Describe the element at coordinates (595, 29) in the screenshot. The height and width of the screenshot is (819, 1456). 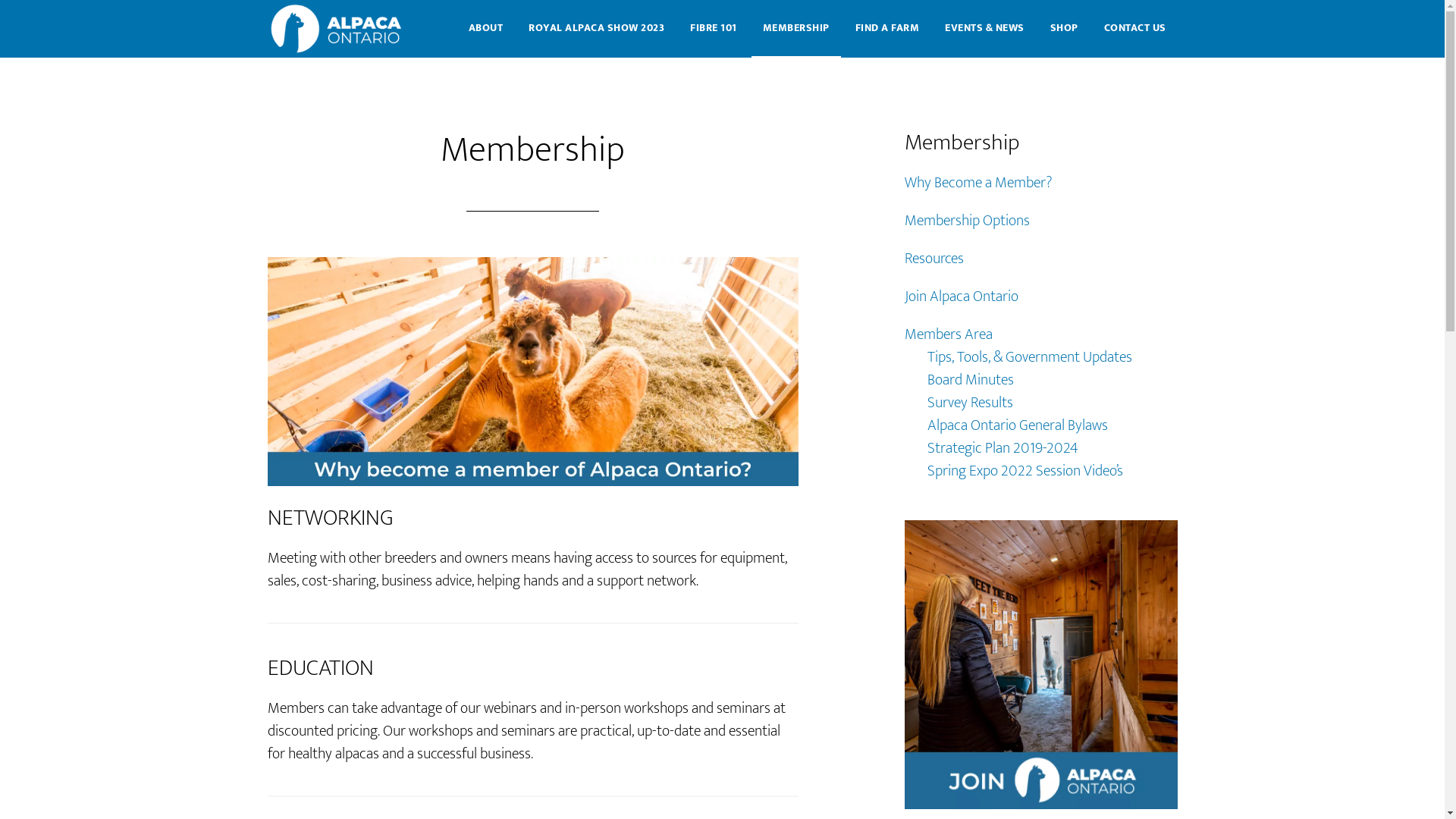
I see `'ROYAL ALPACA SHOW 2023'` at that location.